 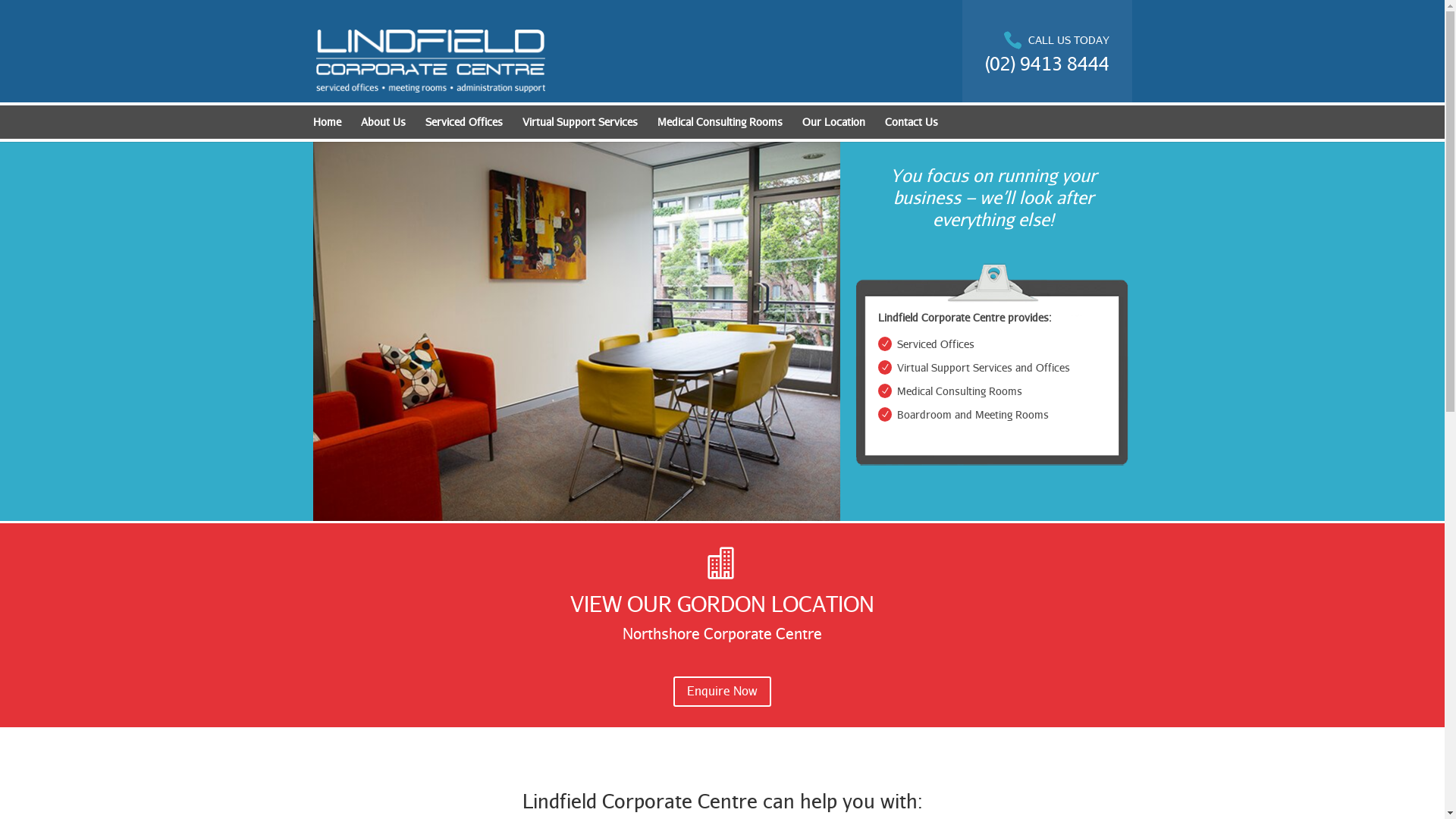 What do you see at coordinates (910, 124) in the screenshot?
I see `'Contact Us'` at bounding box center [910, 124].